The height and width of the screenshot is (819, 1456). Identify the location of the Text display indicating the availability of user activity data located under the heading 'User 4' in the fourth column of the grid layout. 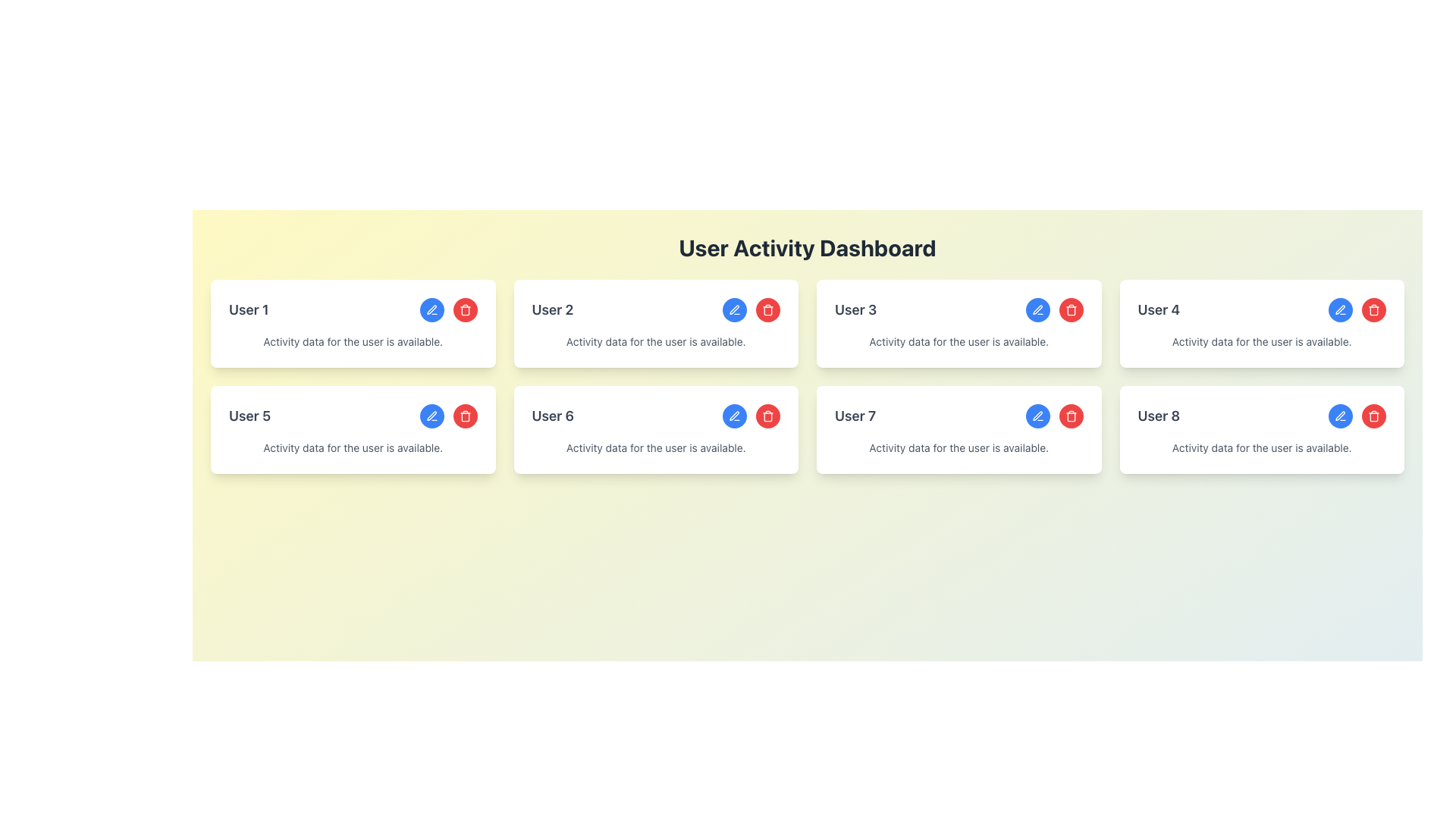
(1262, 342).